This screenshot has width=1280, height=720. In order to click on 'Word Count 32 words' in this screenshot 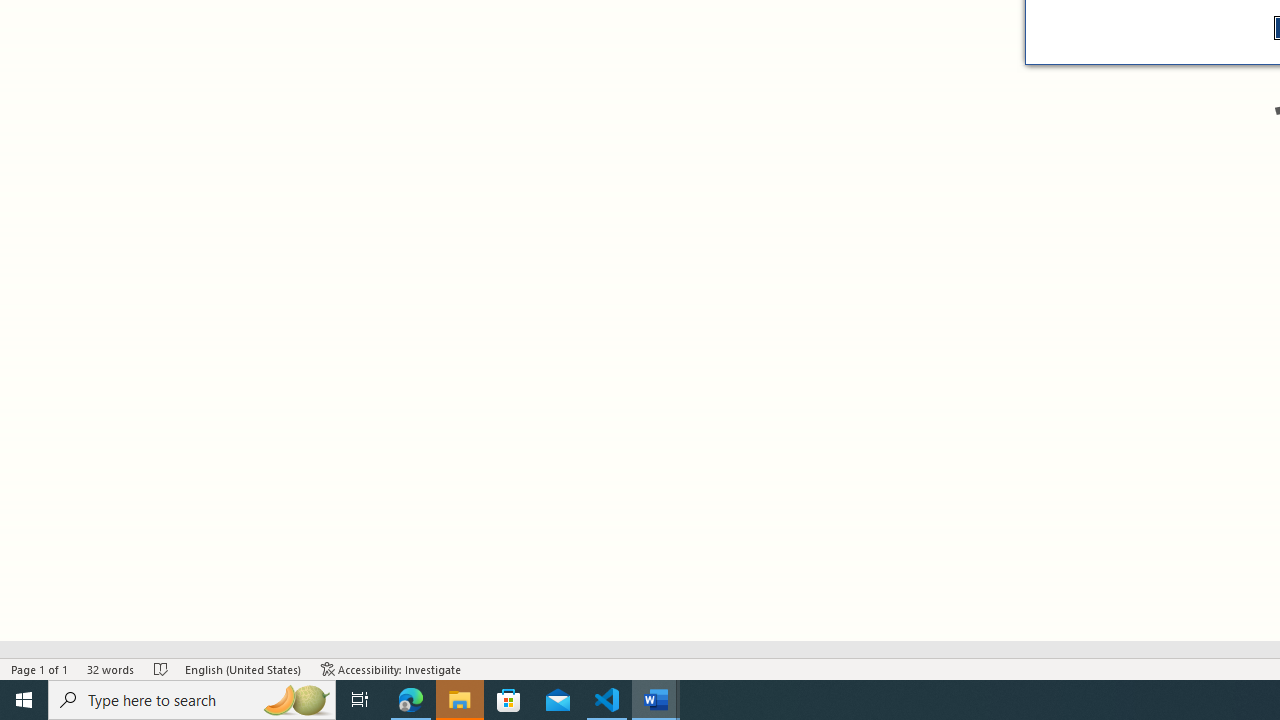, I will do `click(110, 669)`.